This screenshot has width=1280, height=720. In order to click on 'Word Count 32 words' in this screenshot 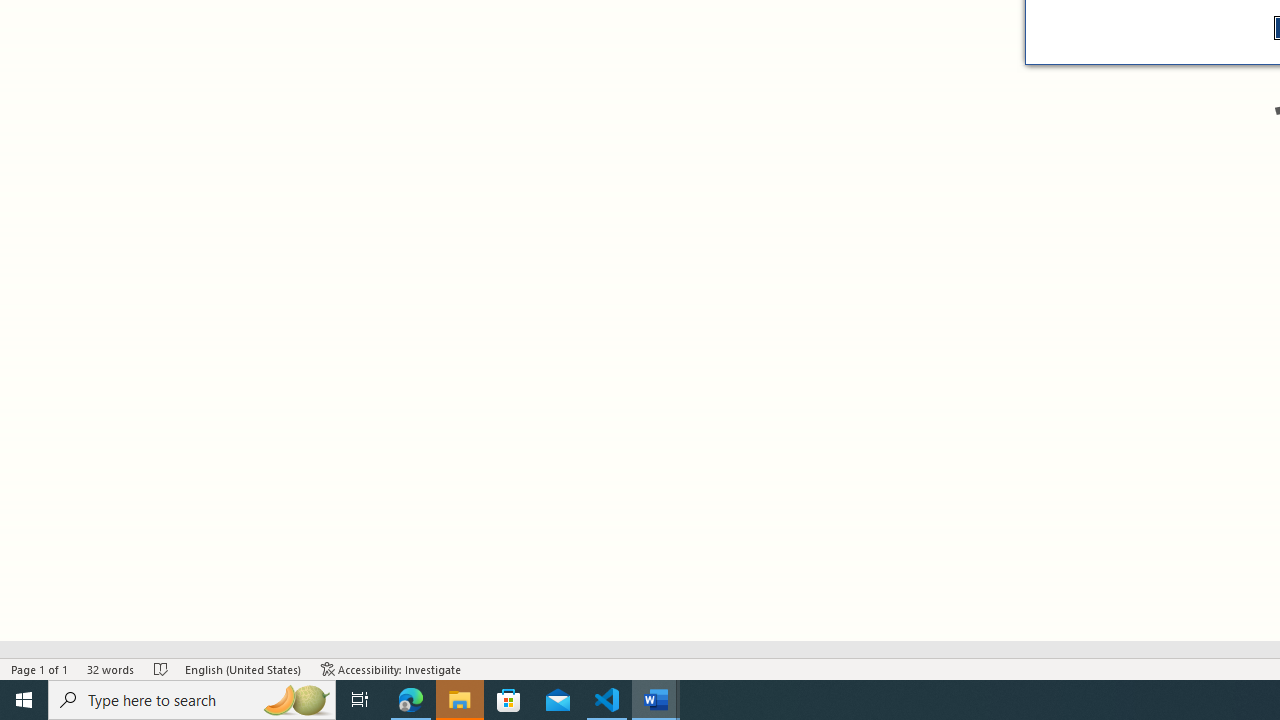, I will do `click(110, 669)`.